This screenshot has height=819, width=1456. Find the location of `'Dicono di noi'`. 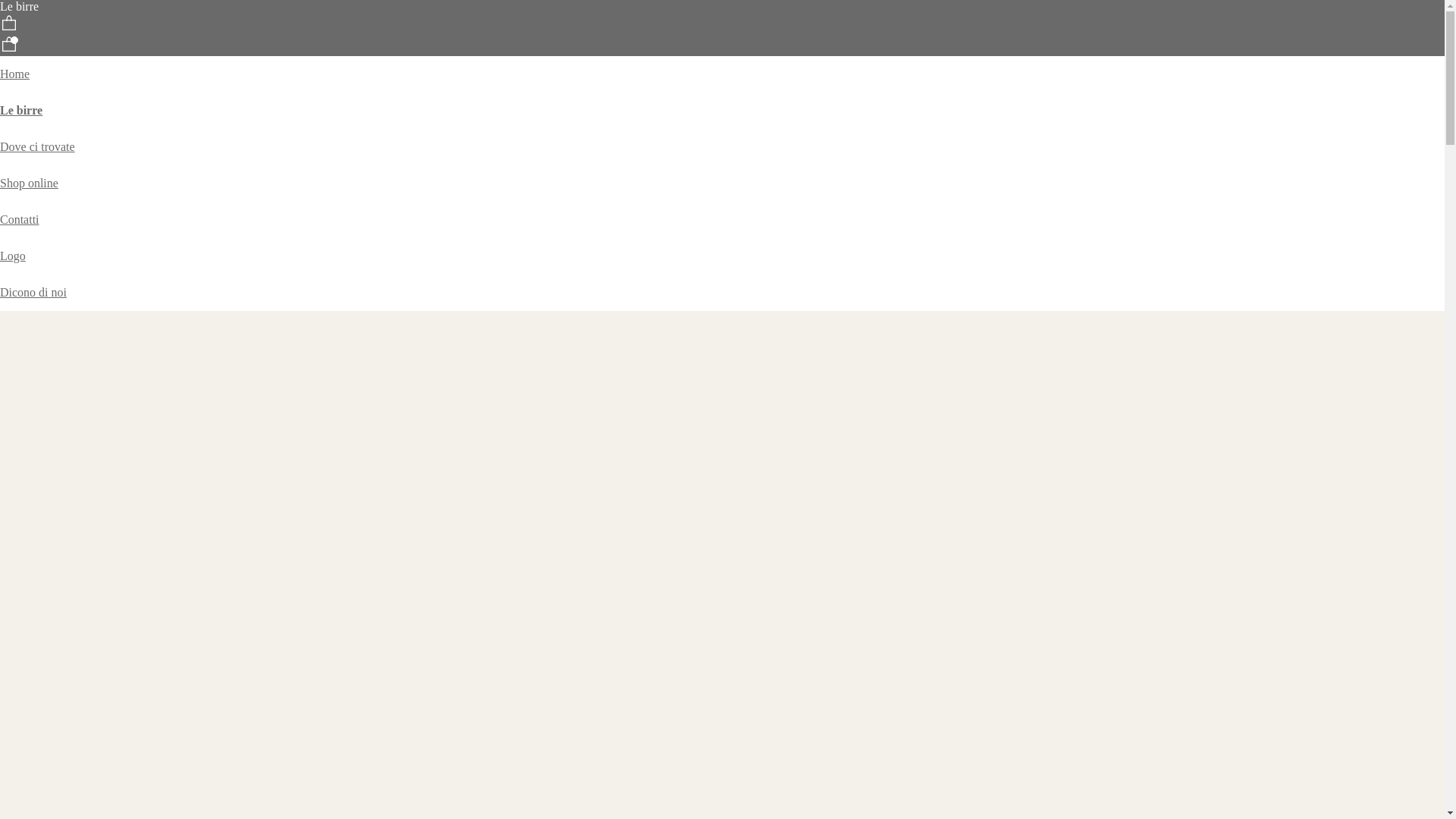

'Dicono di noi' is located at coordinates (33, 292).